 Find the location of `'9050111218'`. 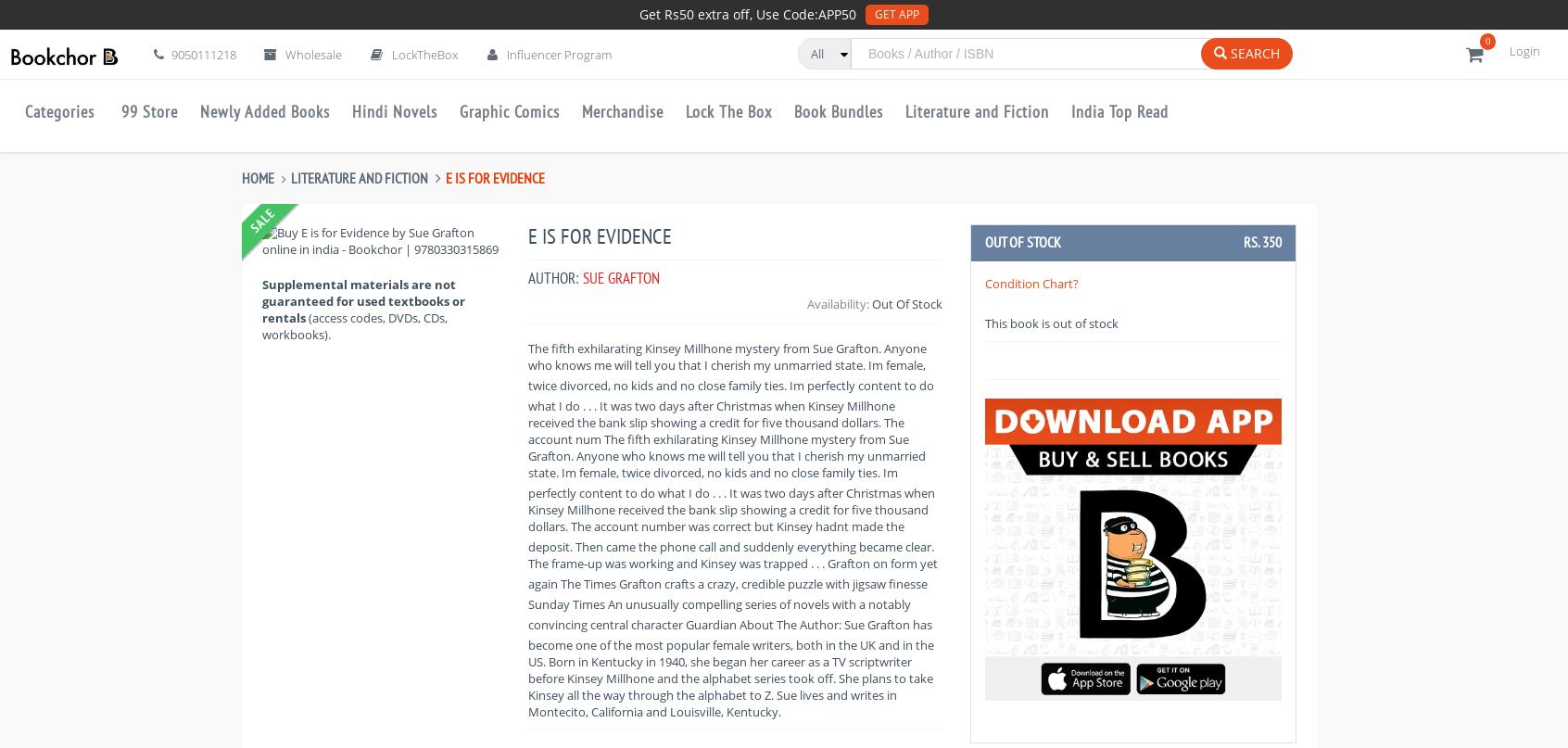

'9050111218' is located at coordinates (202, 54).